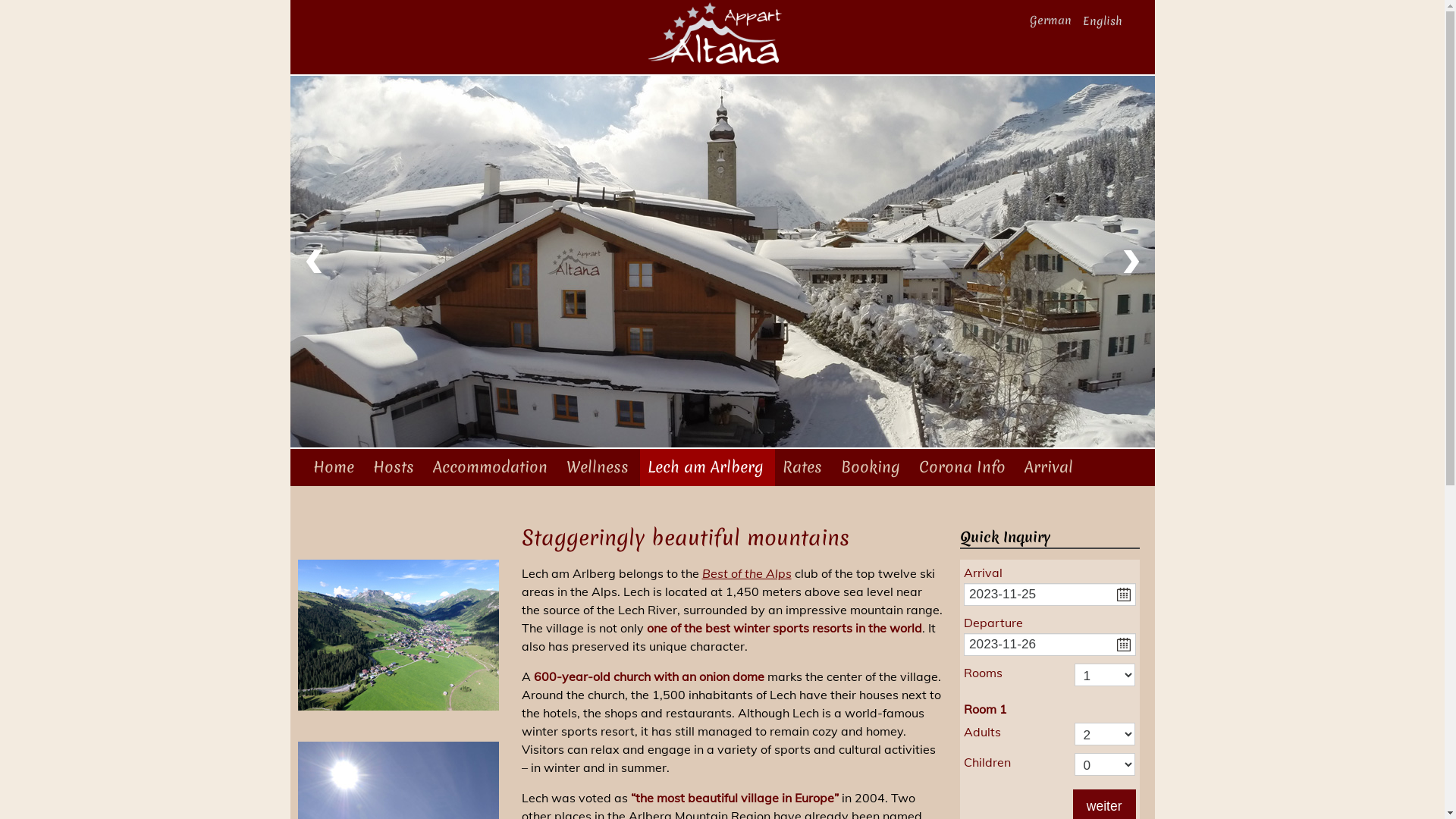 The width and height of the screenshot is (1456, 819). What do you see at coordinates (598, 466) in the screenshot?
I see `'Wellness'` at bounding box center [598, 466].